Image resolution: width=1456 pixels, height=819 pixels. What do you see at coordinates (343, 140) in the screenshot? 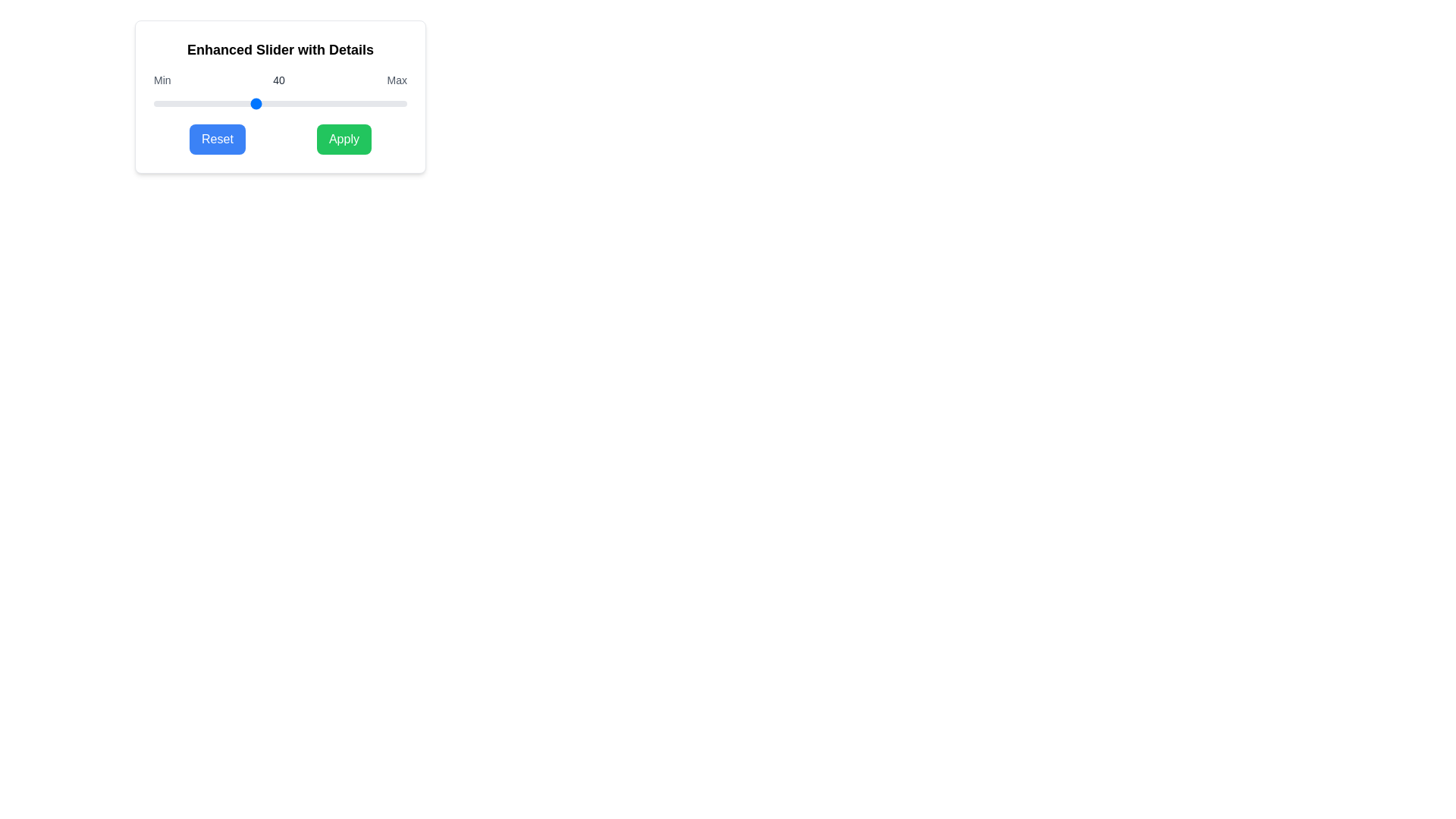
I see `the green 'Apply' button with rounded corners to observe any hover effects` at bounding box center [343, 140].